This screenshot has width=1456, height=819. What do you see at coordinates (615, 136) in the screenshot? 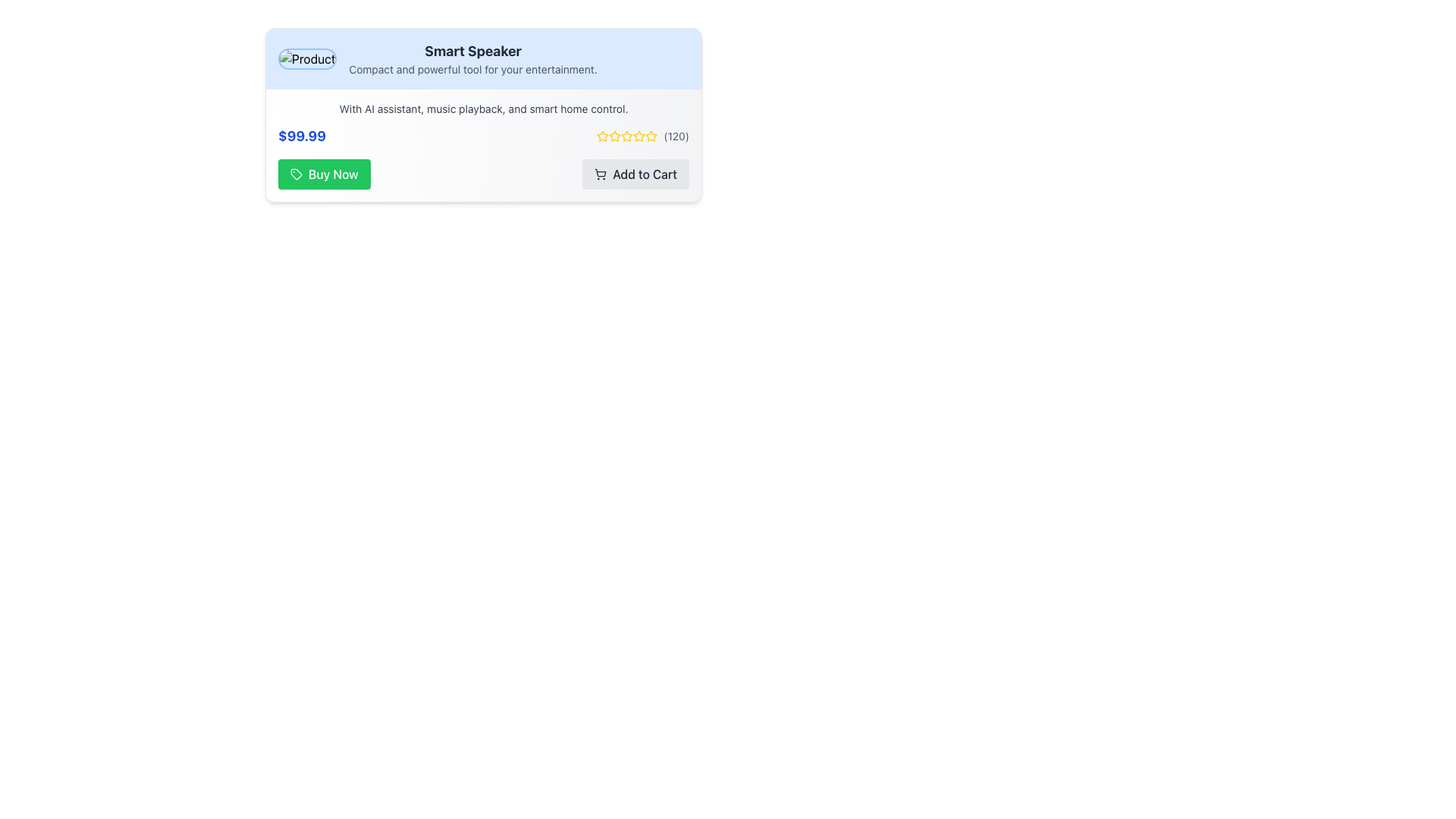
I see `the third yellow star in the 5-star rating system to rate the product` at bounding box center [615, 136].